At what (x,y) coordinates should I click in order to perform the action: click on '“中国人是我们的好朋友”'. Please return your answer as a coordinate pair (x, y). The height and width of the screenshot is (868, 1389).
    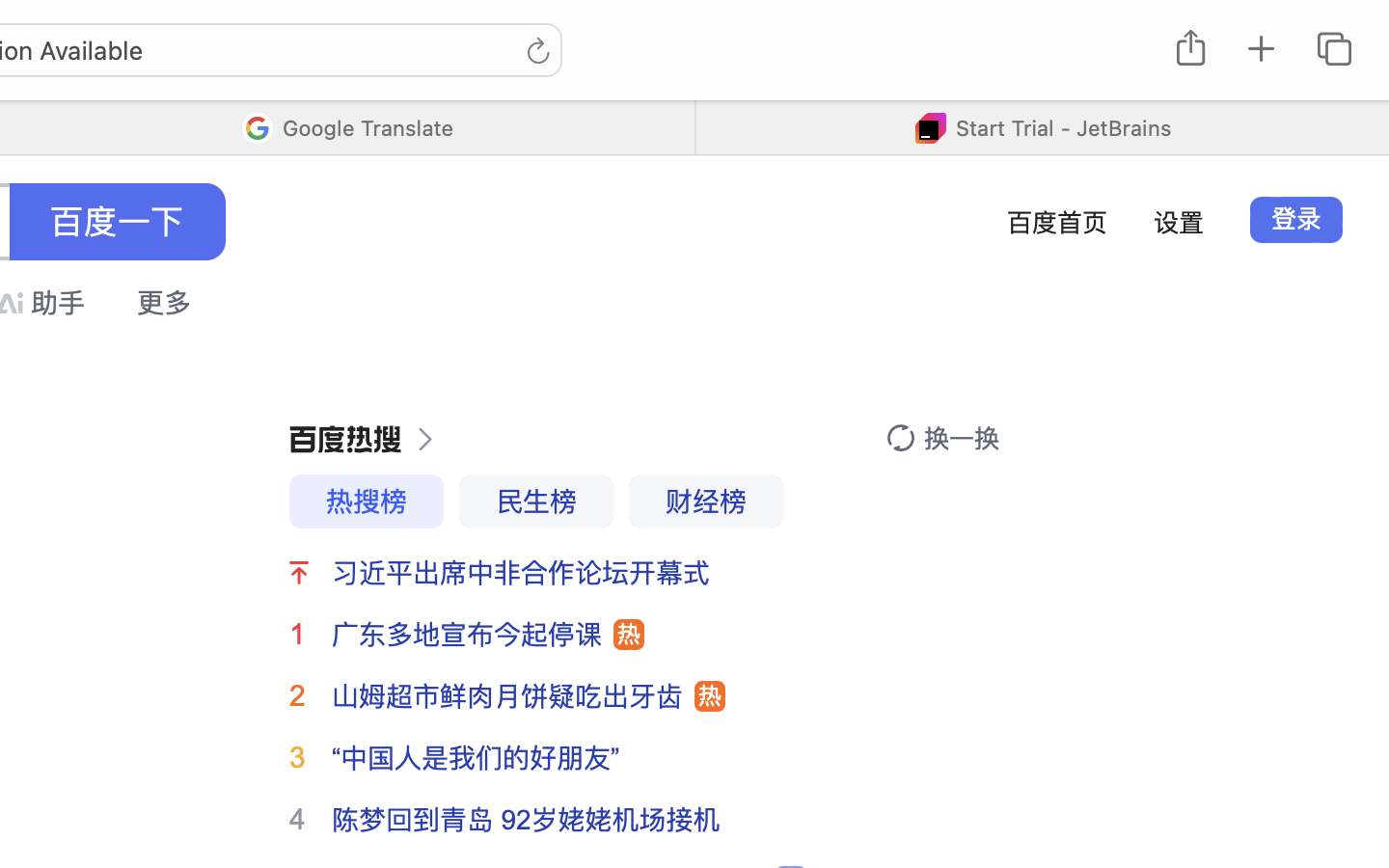
    Looking at the image, I should click on (476, 756).